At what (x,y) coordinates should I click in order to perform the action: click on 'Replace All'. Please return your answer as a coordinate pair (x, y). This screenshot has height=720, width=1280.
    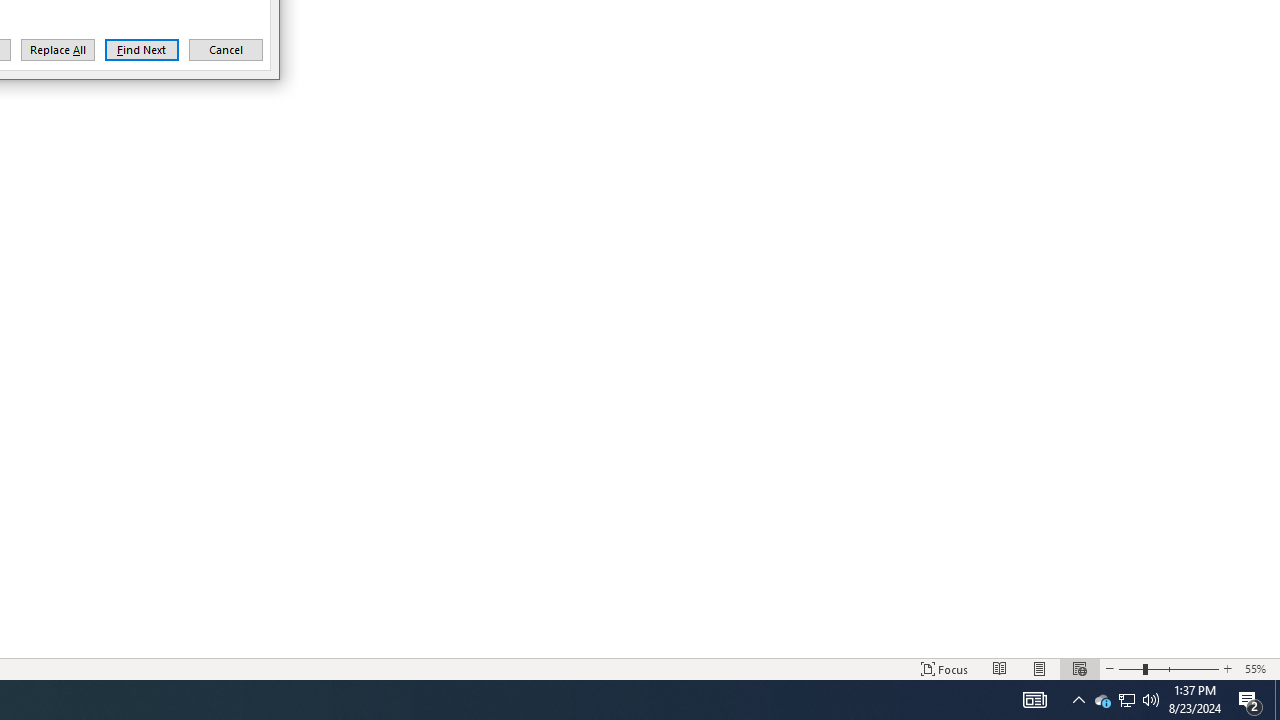
    Looking at the image, I should click on (58, 49).